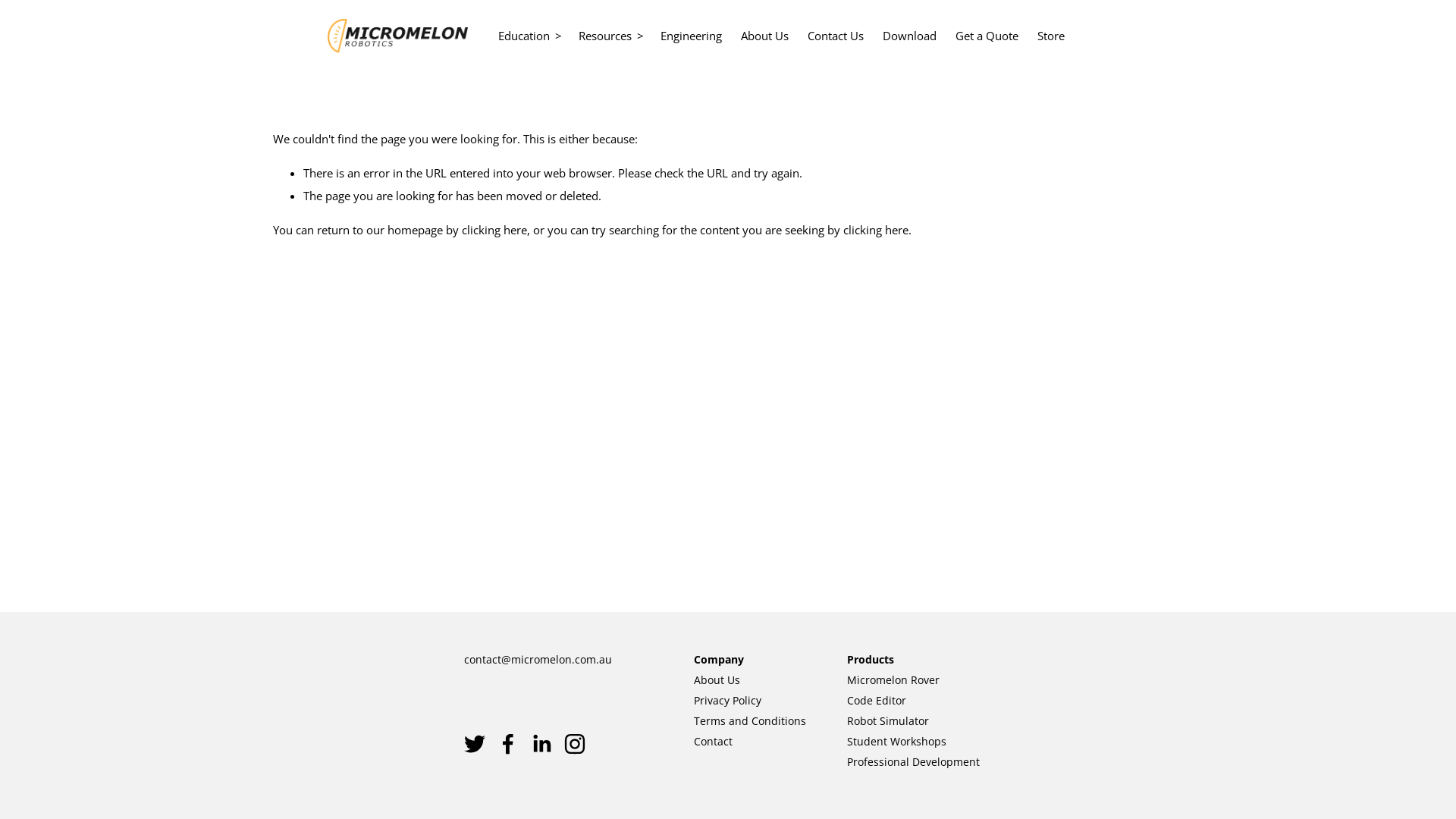 This screenshot has height=819, width=1456. Describe the element at coordinates (530, 35) in the screenshot. I see `'Education'` at that location.